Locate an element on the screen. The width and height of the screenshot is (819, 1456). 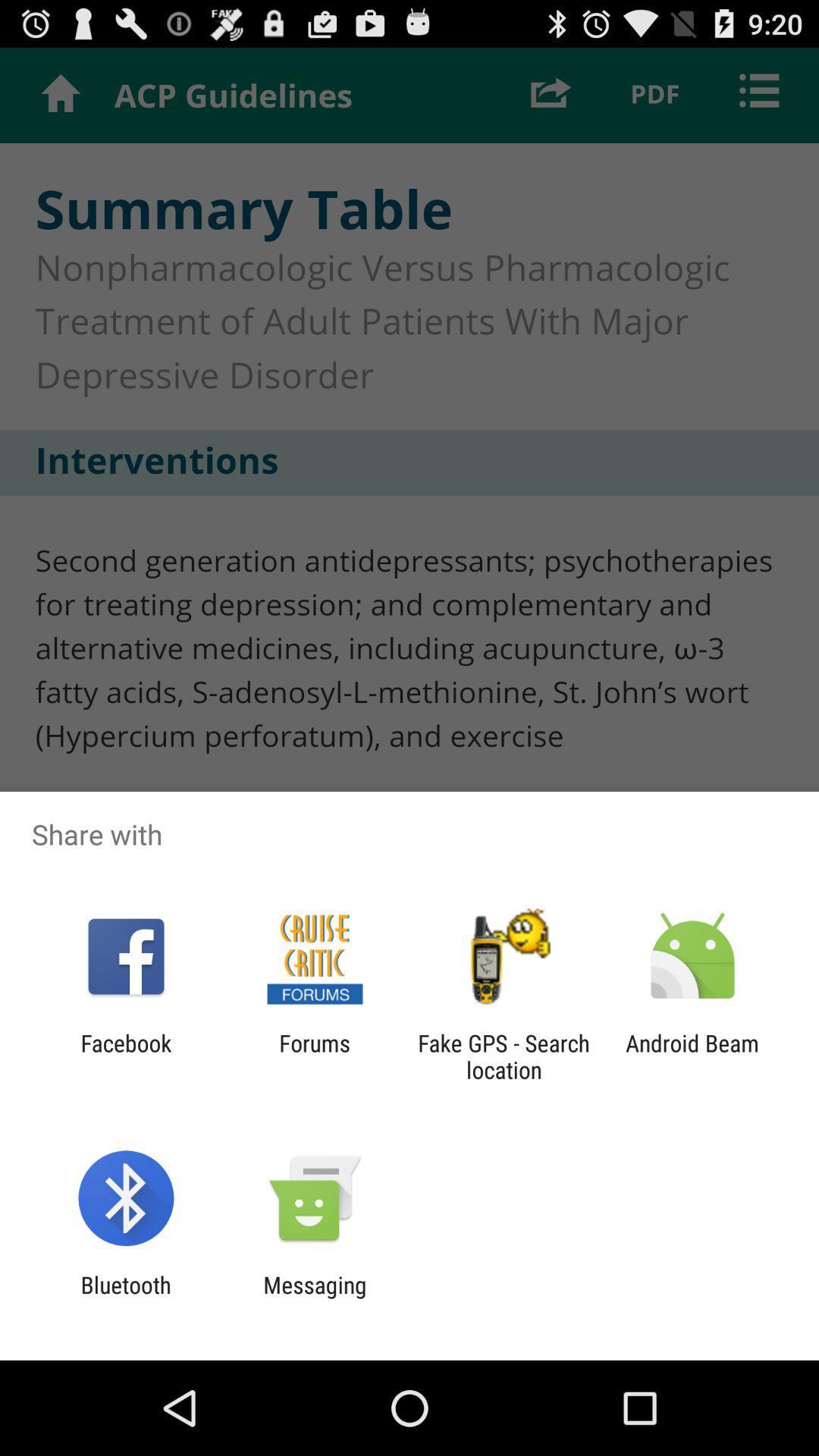
the icon to the left of the forums is located at coordinates (125, 1056).